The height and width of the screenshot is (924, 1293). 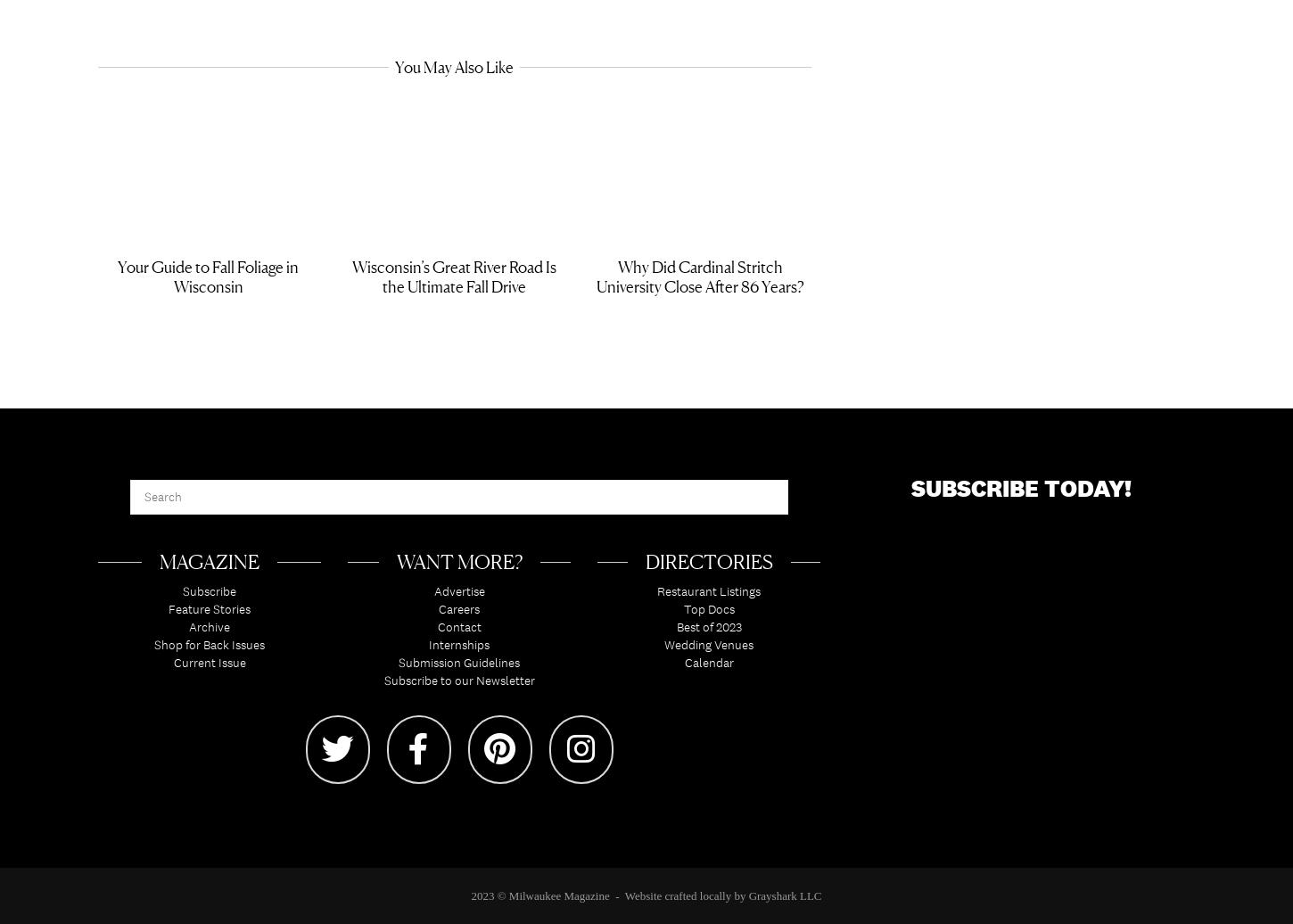 What do you see at coordinates (209, 567) in the screenshot?
I see `'Magazine'` at bounding box center [209, 567].